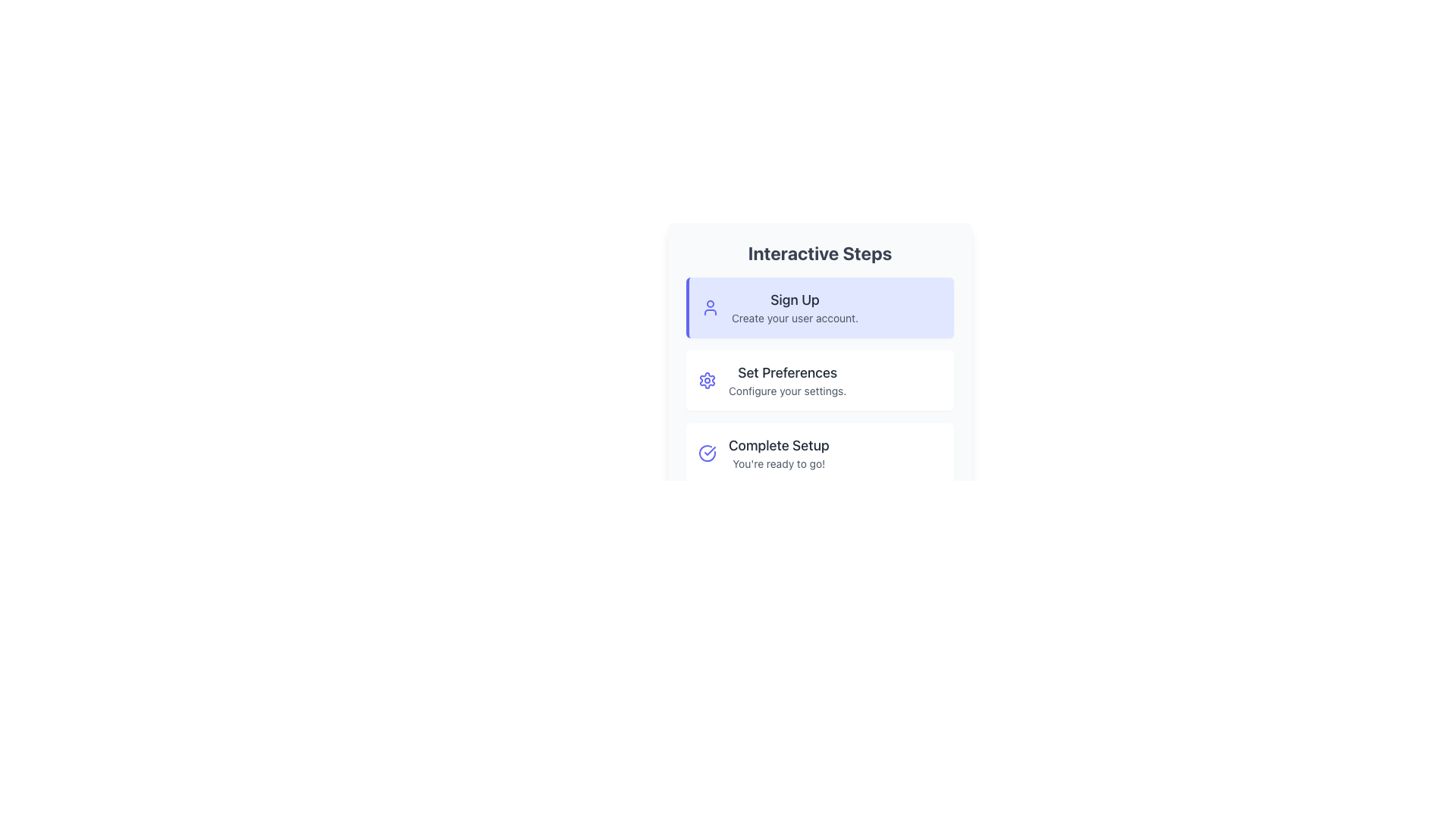 This screenshot has height=819, width=1456. What do you see at coordinates (706, 379) in the screenshot?
I see `the gear icon in the third step of the 'Interactive Steps' widget, which is adjacent to the 'Set Preferences' text` at bounding box center [706, 379].